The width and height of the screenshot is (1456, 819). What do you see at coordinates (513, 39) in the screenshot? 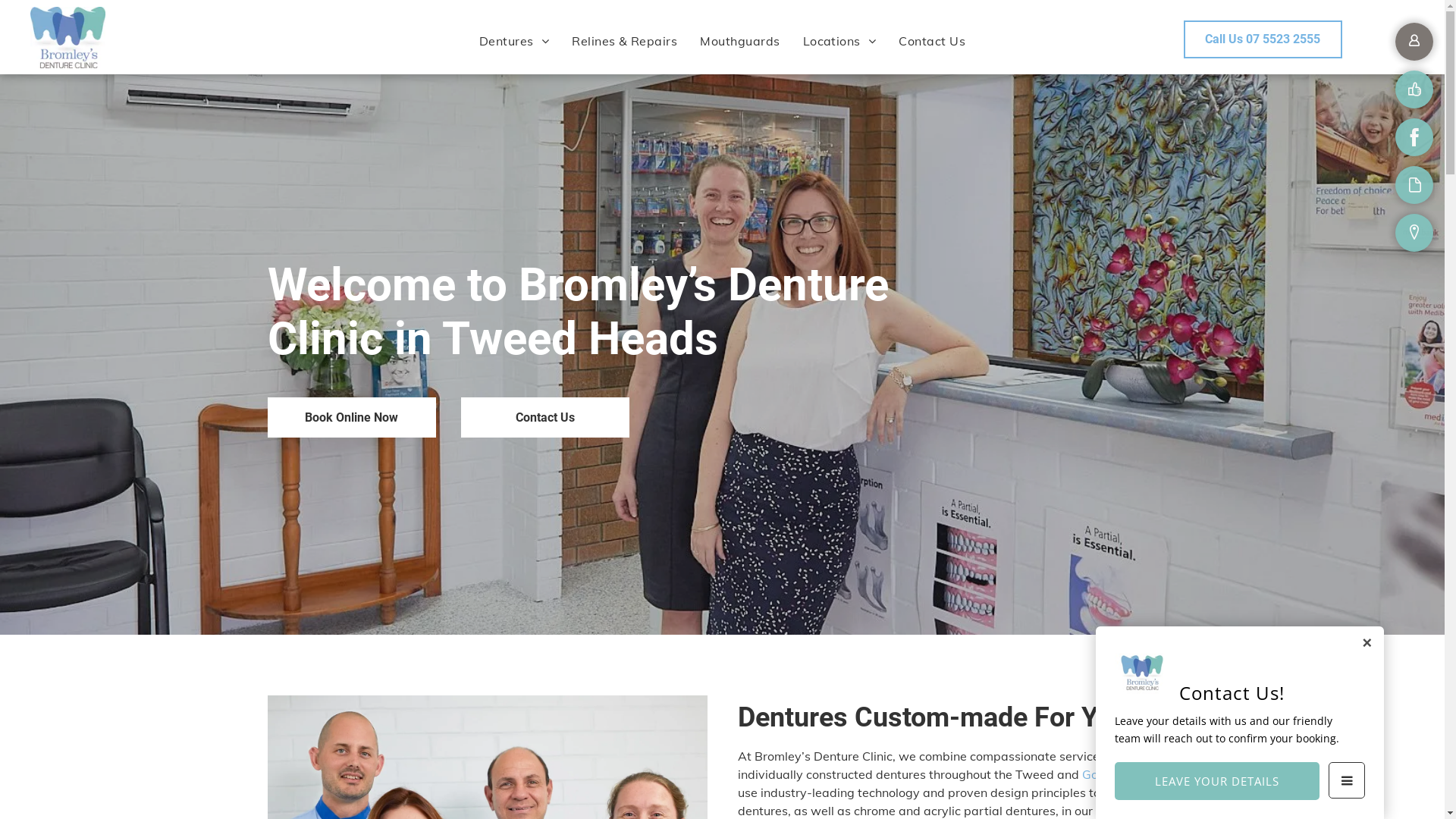
I see `'Dentures'` at bounding box center [513, 39].